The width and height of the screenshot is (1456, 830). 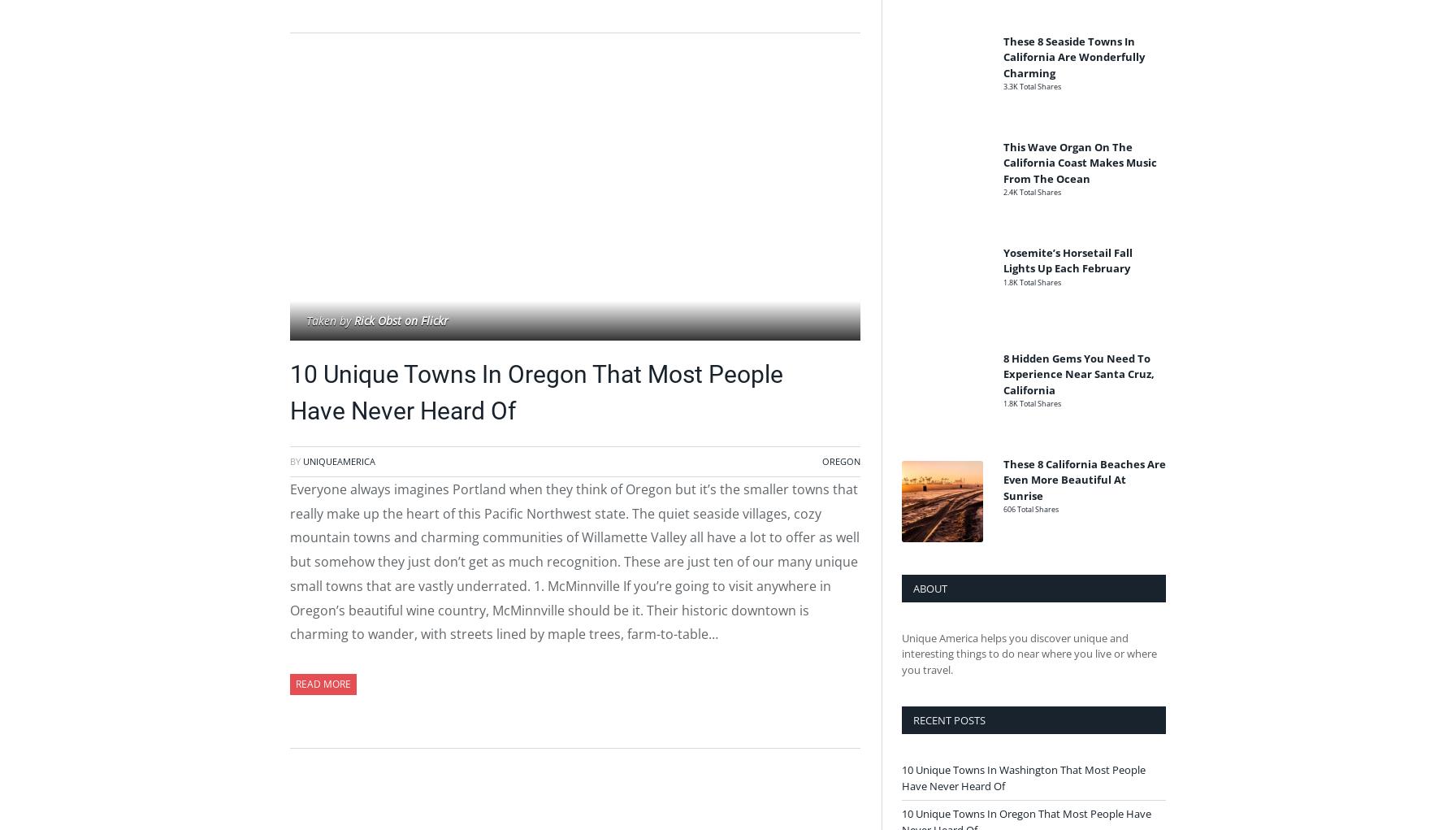 What do you see at coordinates (330, 319) in the screenshot?
I see `'Taken by'` at bounding box center [330, 319].